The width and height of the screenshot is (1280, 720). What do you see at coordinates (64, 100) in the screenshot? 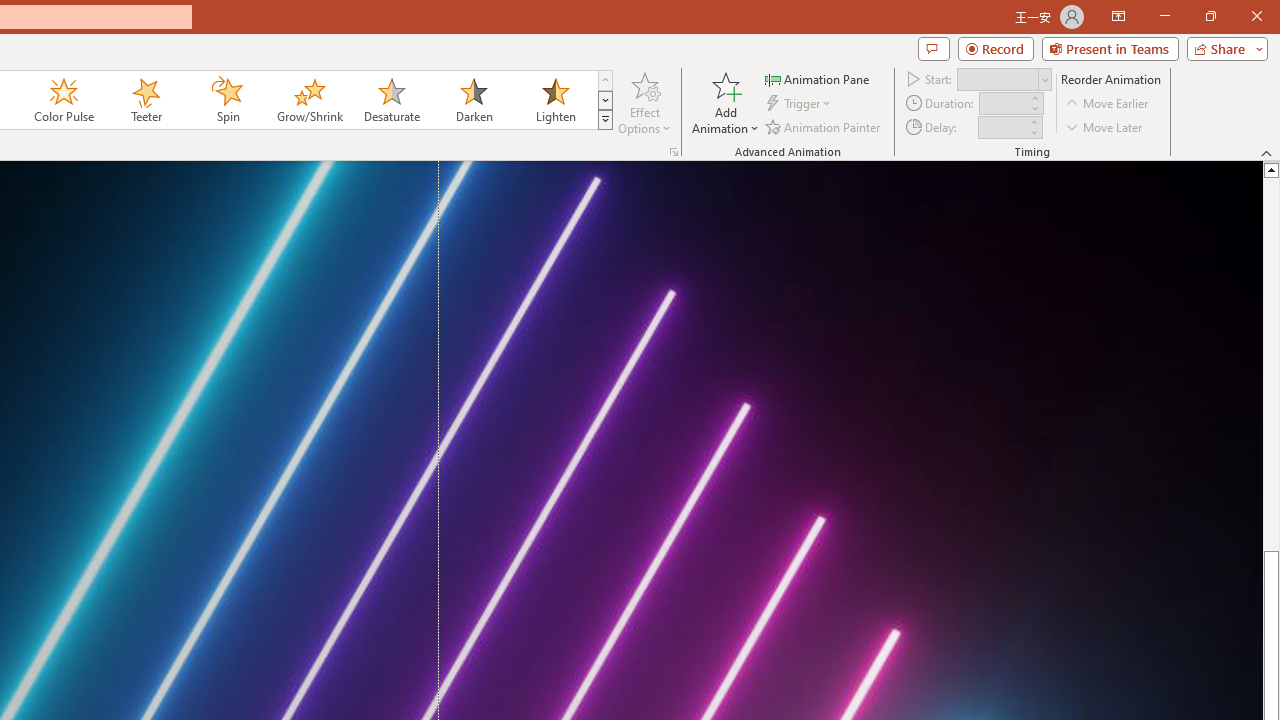
I see `'Color Pulse'` at bounding box center [64, 100].